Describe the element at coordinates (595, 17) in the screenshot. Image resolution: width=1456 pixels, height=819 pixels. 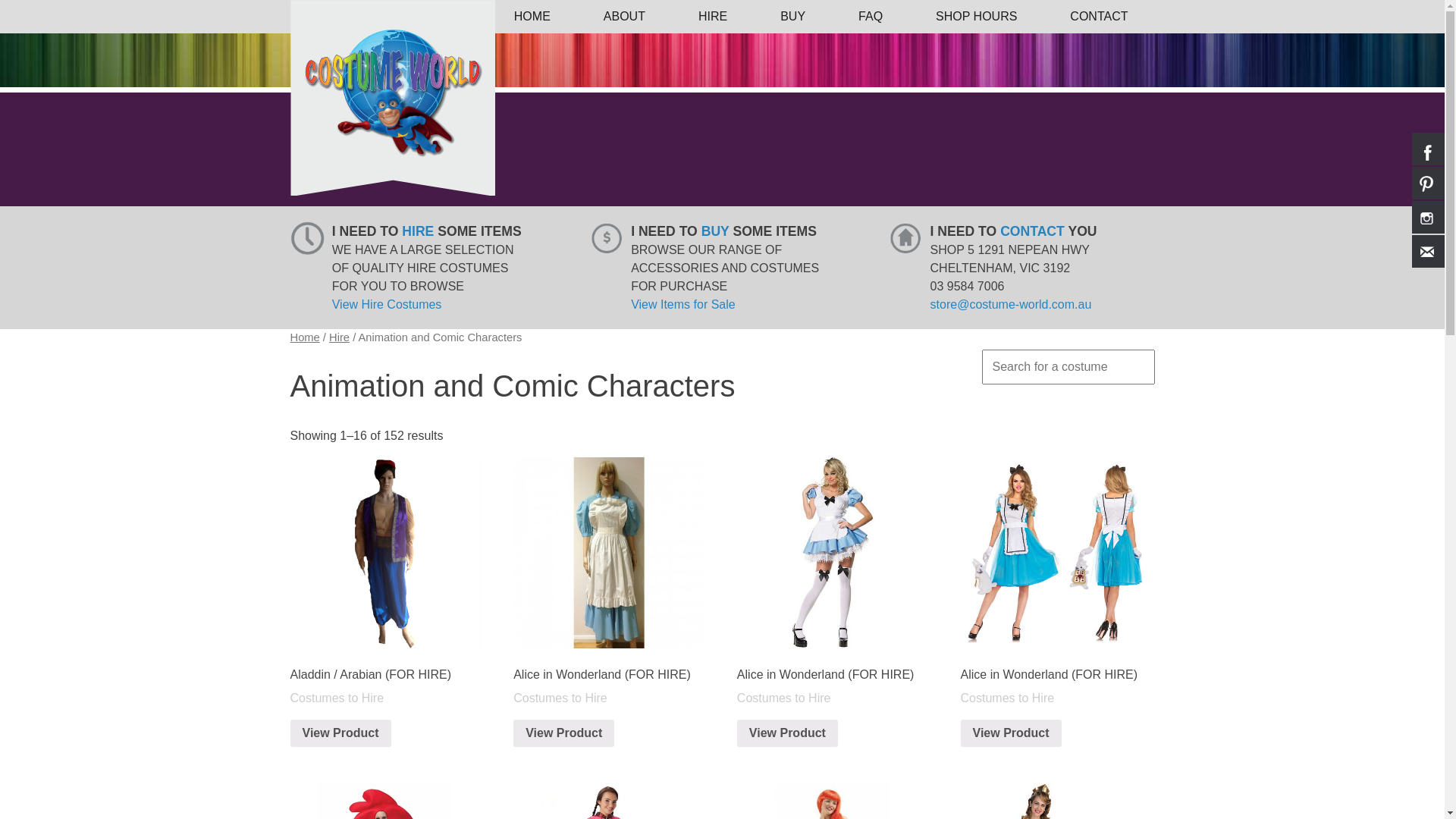
I see `'ABOUT'` at that location.